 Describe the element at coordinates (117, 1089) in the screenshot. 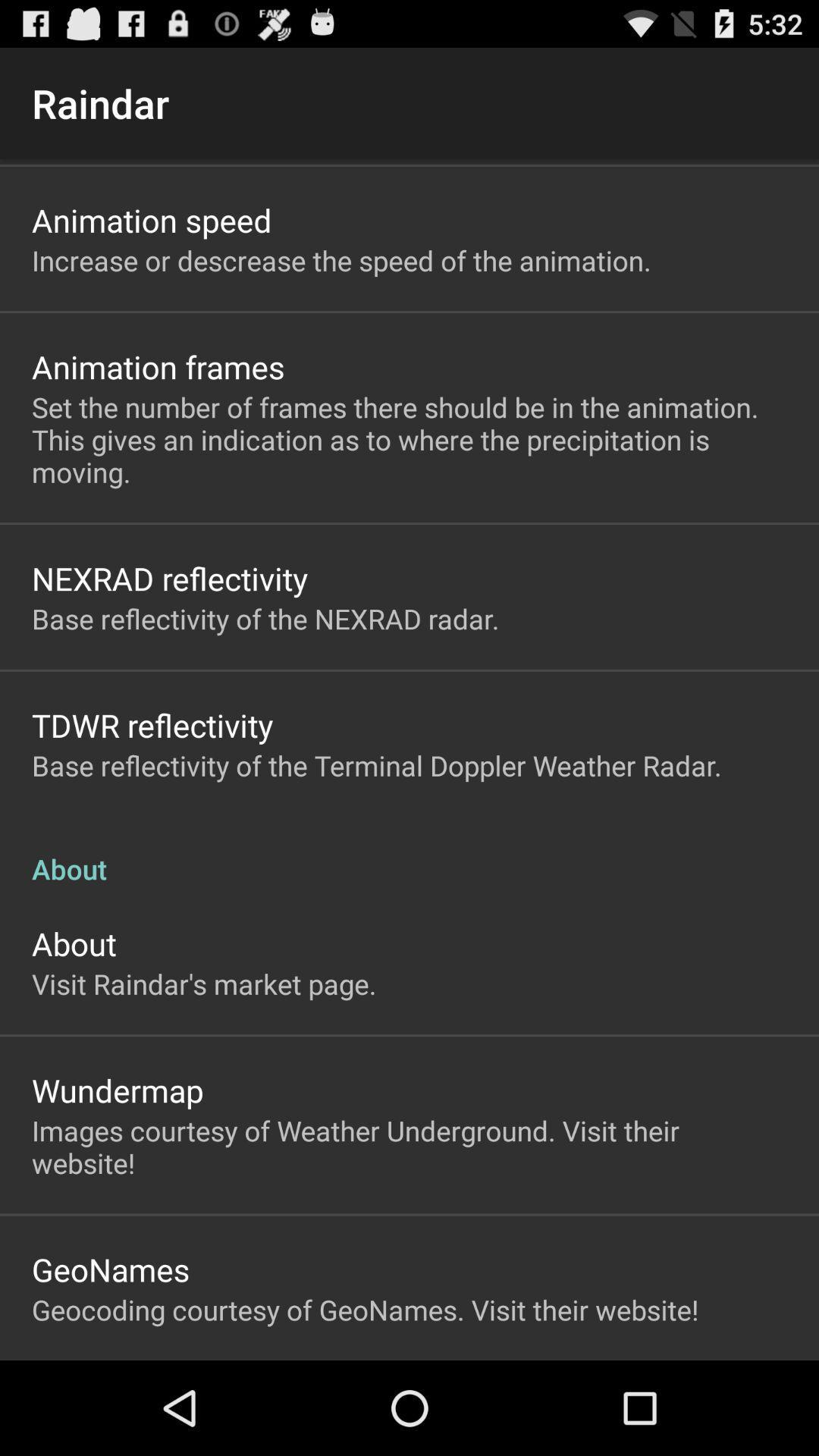

I see `the item above the images courtesy of item` at that location.